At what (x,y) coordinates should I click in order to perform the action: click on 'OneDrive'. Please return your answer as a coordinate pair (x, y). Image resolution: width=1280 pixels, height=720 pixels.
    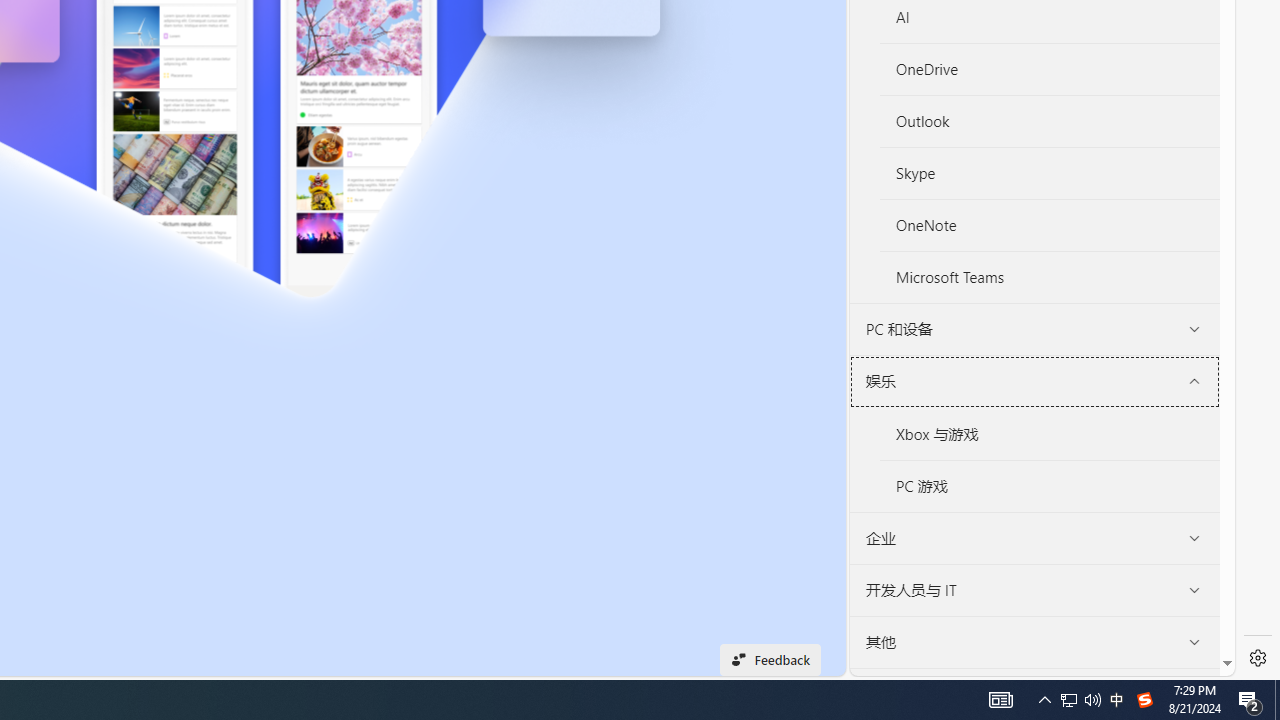
    Looking at the image, I should click on (1048, 68).